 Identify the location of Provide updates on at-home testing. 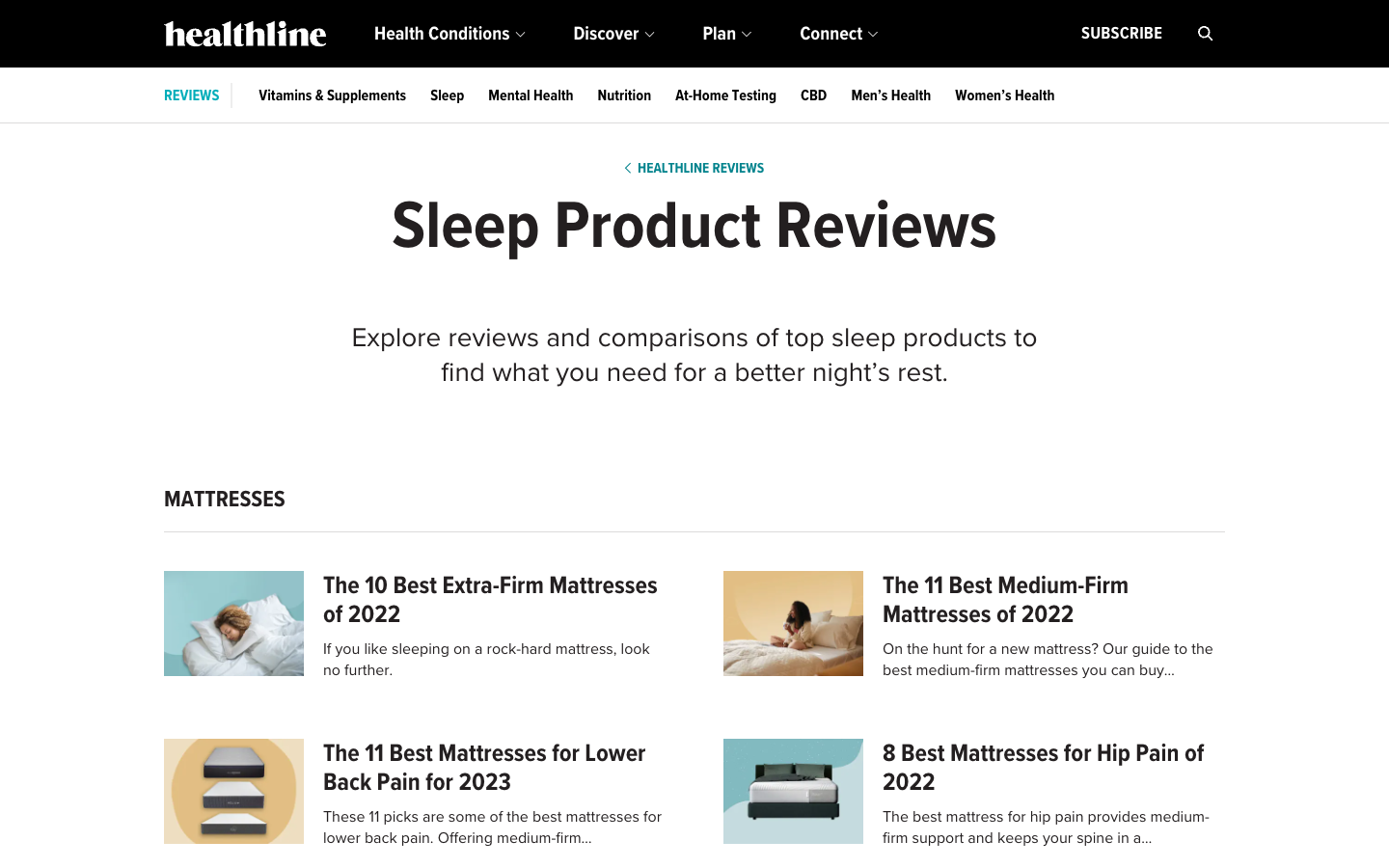
(724, 95).